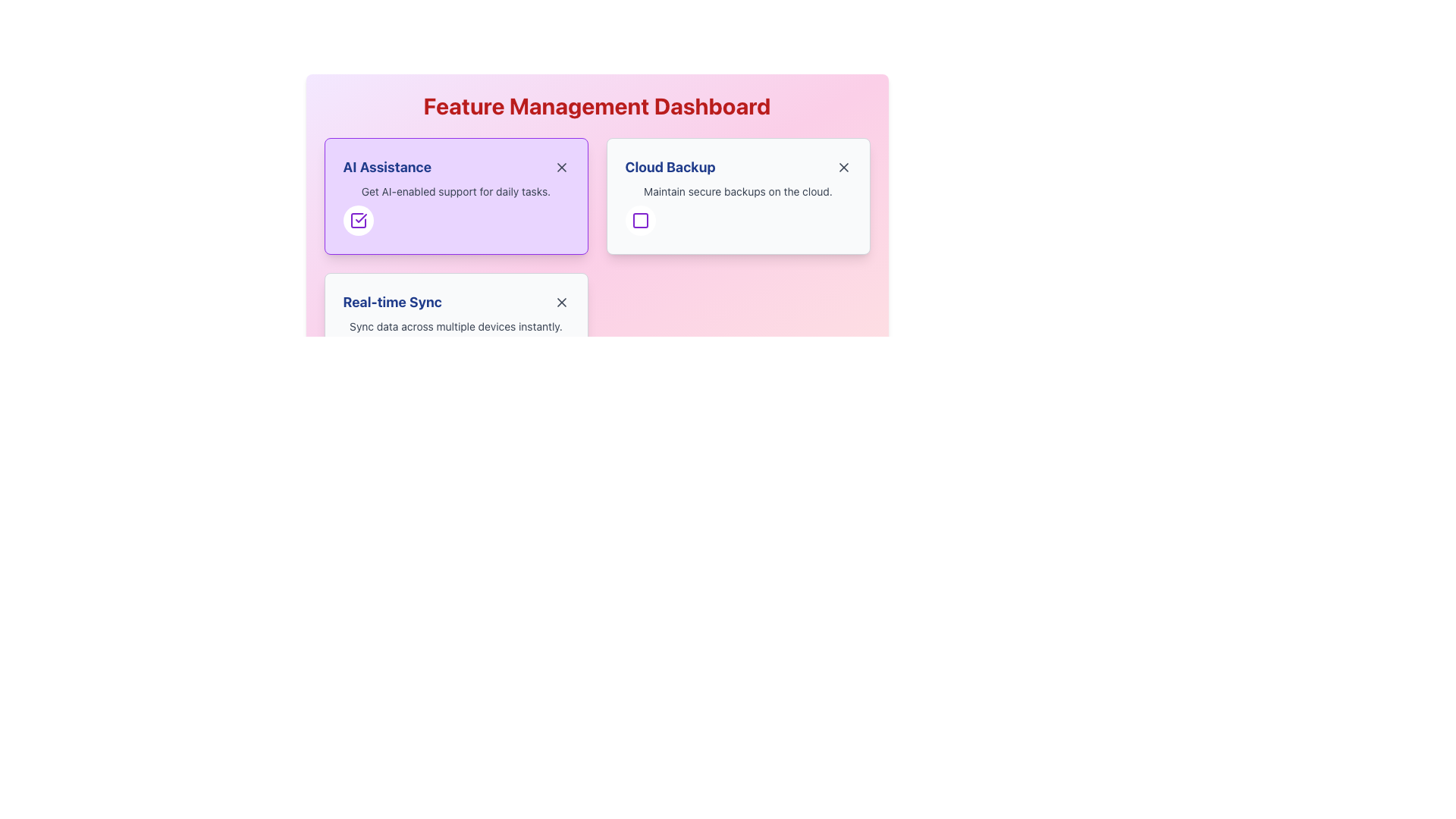 The height and width of the screenshot is (819, 1456). Describe the element at coordinates (387, 167) in the screenshot. I see `the 'AI Assistance' text label located in the top-left section of the 'Feature Management Dashboard' card` at that location.